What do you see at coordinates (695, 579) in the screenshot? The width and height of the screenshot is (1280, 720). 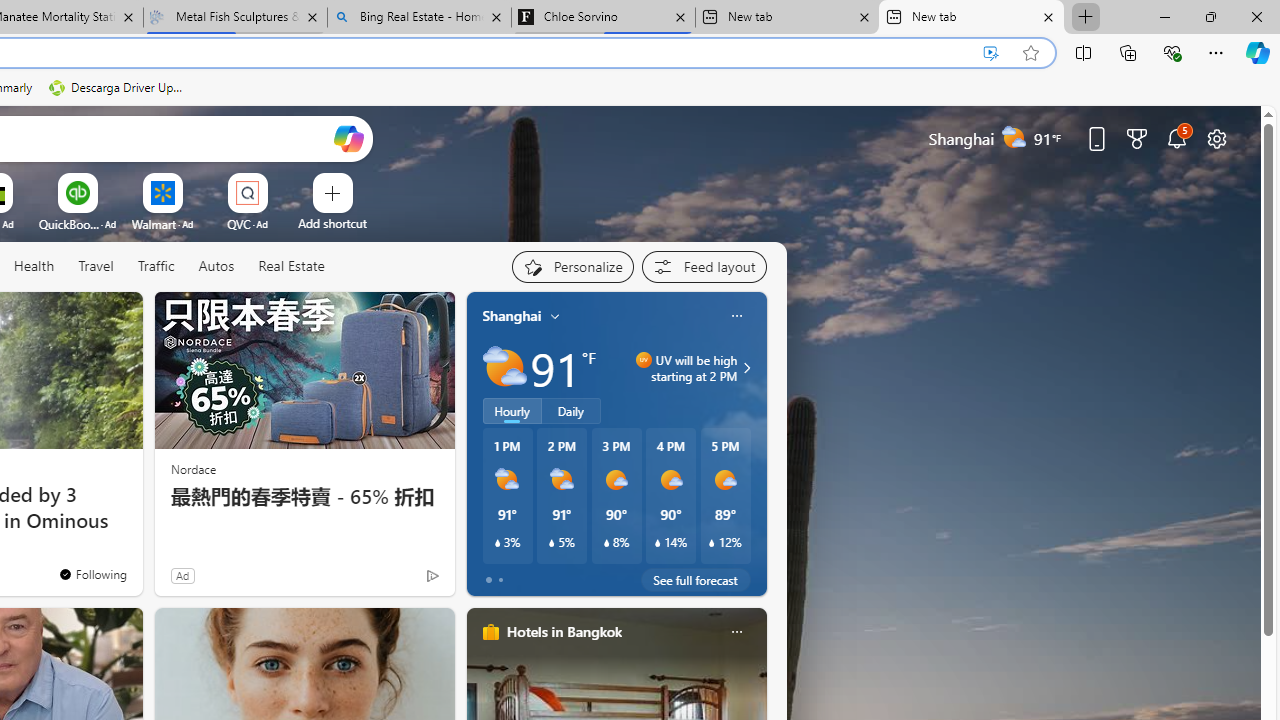 I see `'See full forecast'` at bounding box center [695, 579].